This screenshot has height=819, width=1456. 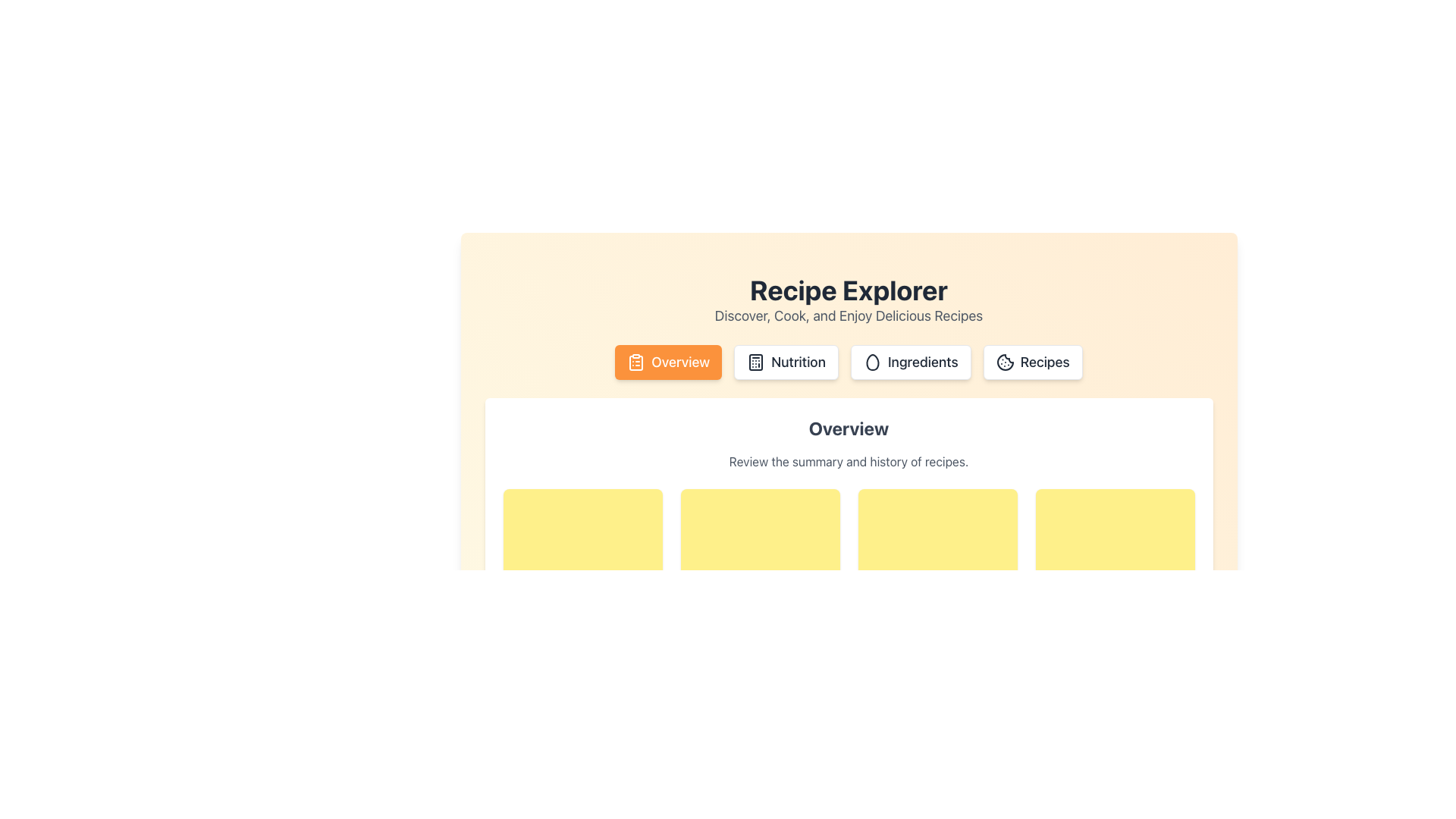 What do you see at coordinates (873, 362) in the screenshot?
I see `the hollow egg icon located in the 'Ingredients' button, positioned between the 'Nutrition' and 'Recipes' buttons at the center-top of the interface` at bounding box center [873, 362].